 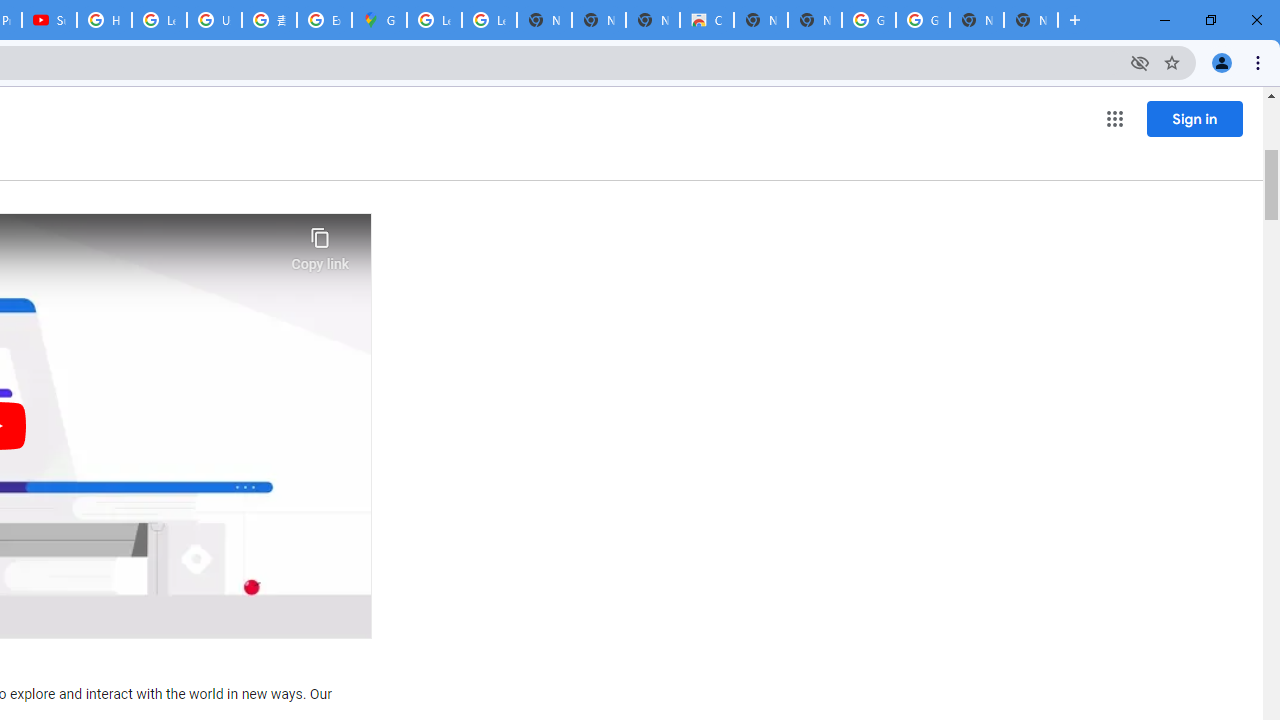 I want to click on 'Sign in', so click(x=1194, y=118).